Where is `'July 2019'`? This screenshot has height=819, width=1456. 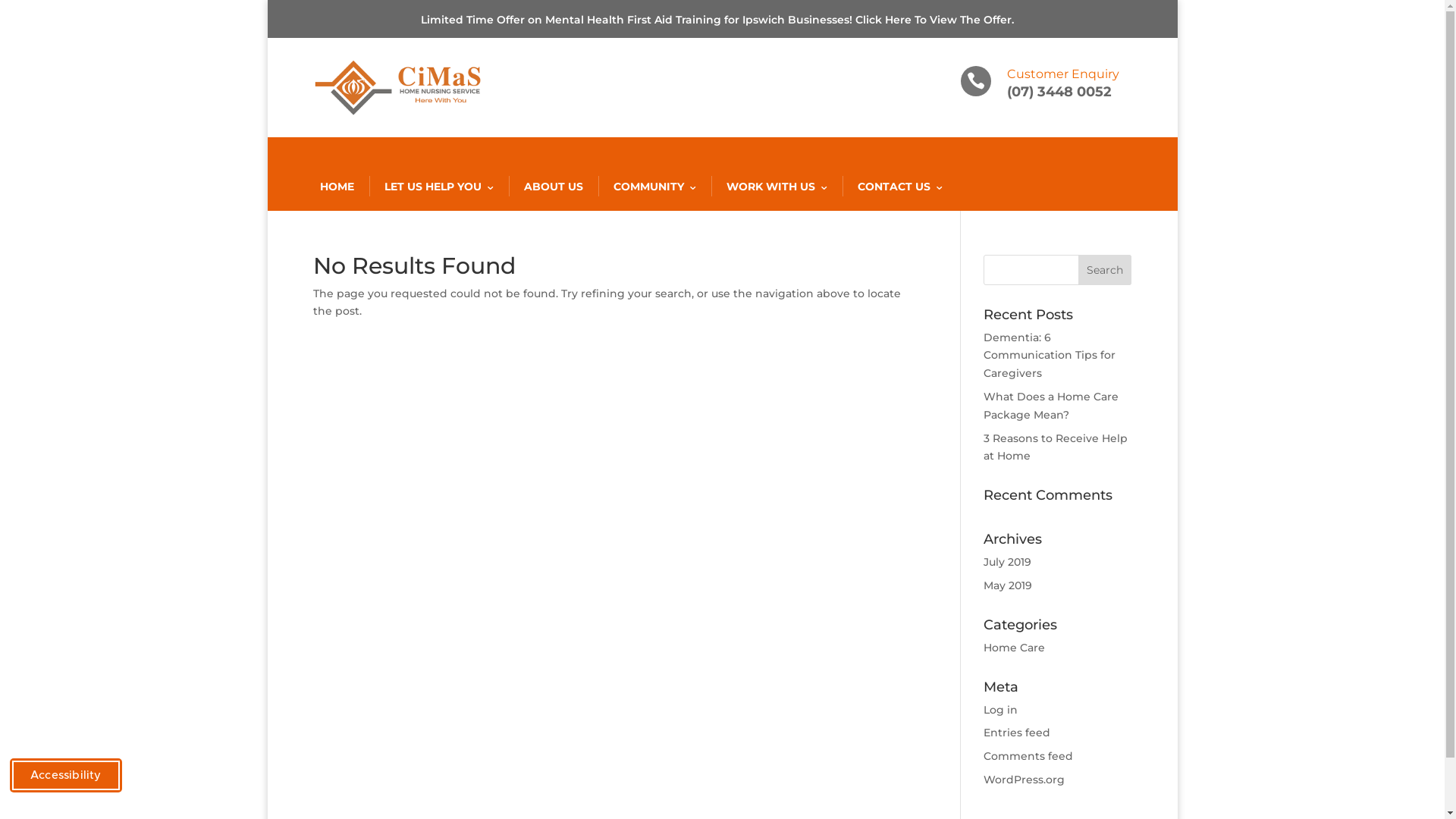 'July 2019' is located at coordinates (983, 561).